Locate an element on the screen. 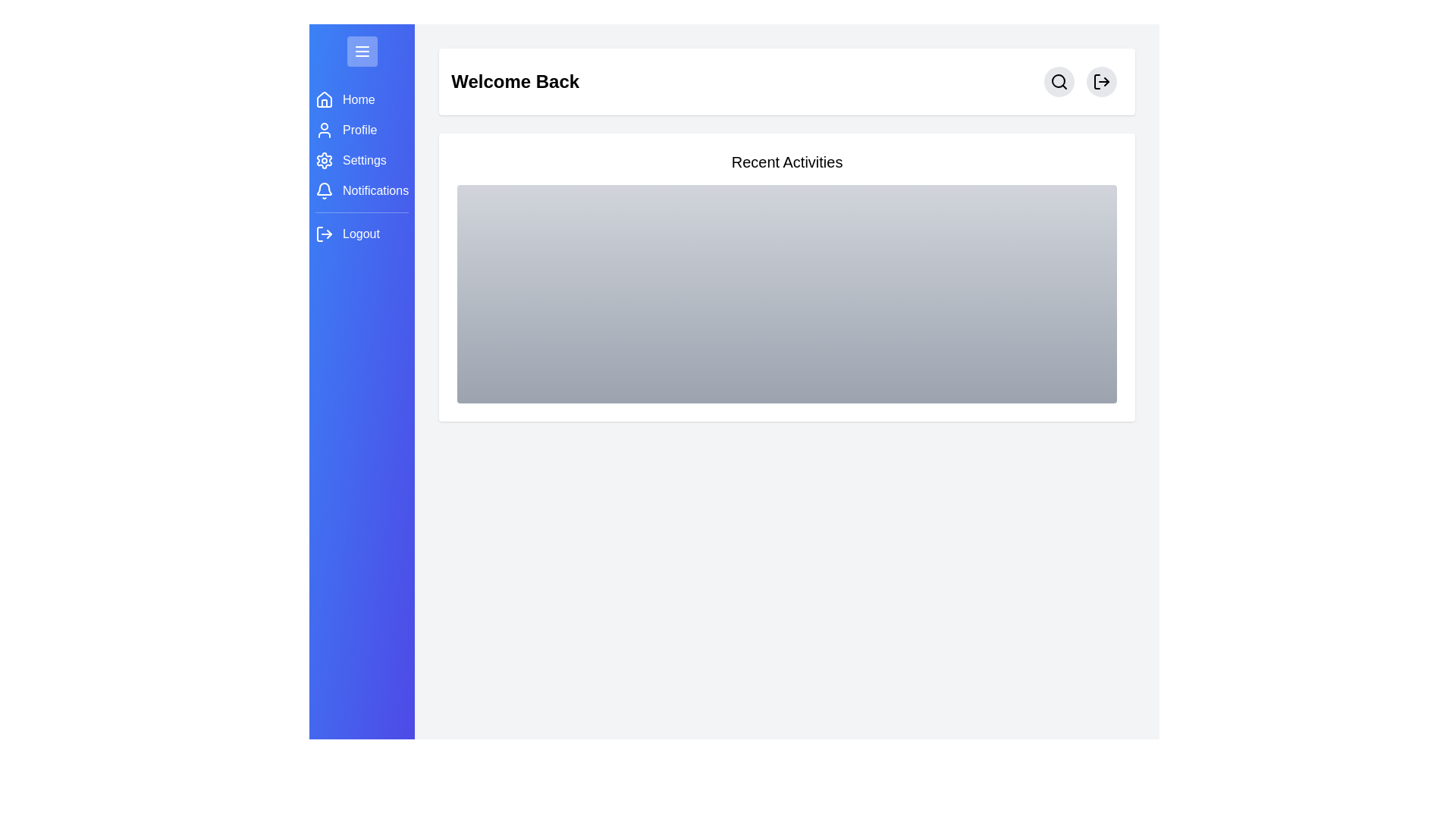 The image size is (1456, 819). the Indicator bar located below the 'Notifications' menu item in the sidebar is located at coordinates (361, 212).